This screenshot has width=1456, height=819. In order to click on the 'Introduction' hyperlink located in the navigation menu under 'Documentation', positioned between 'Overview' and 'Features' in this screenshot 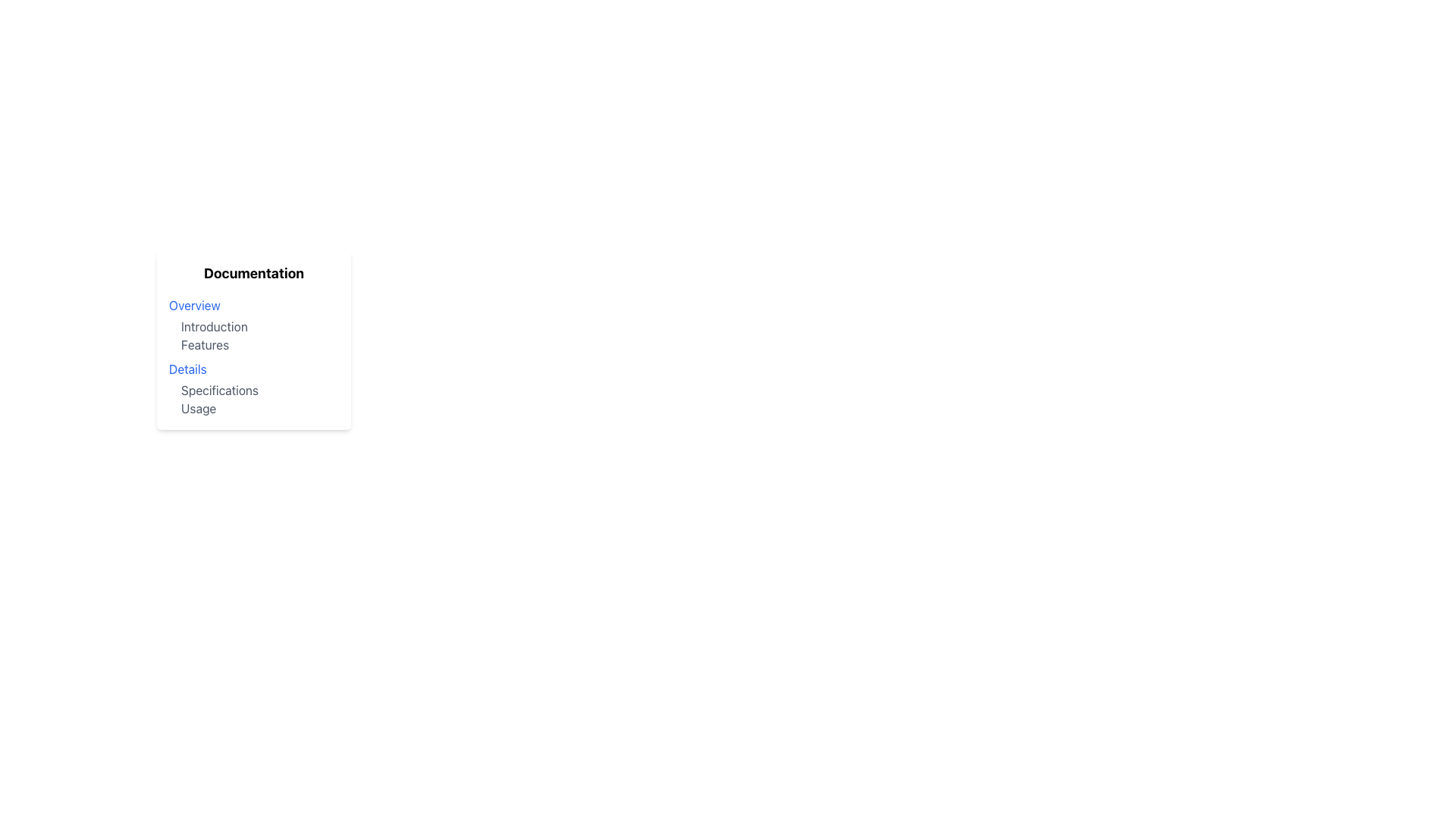, I will do `click(213, 326)`.